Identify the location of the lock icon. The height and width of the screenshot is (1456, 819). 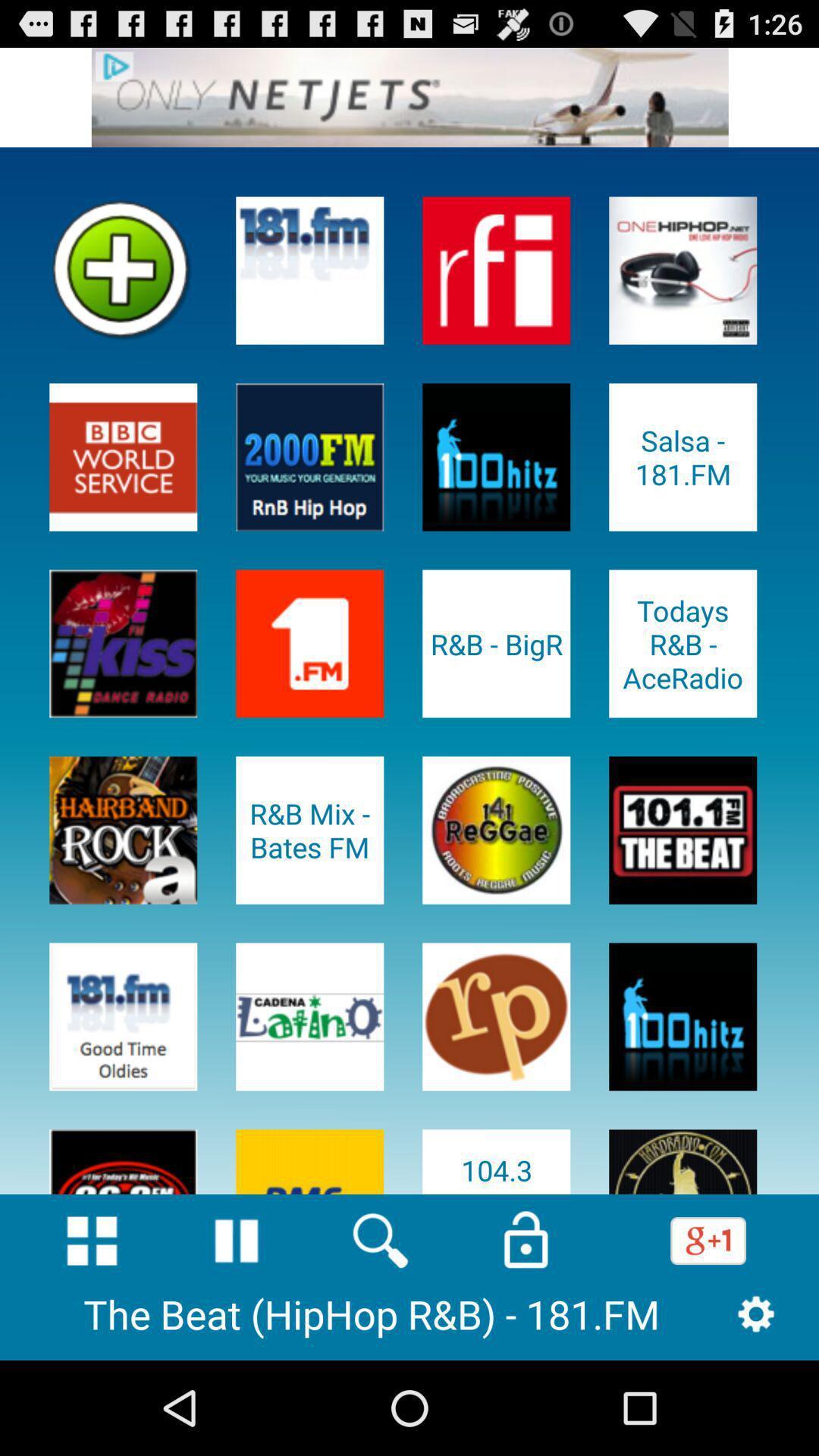
(525, 1327).